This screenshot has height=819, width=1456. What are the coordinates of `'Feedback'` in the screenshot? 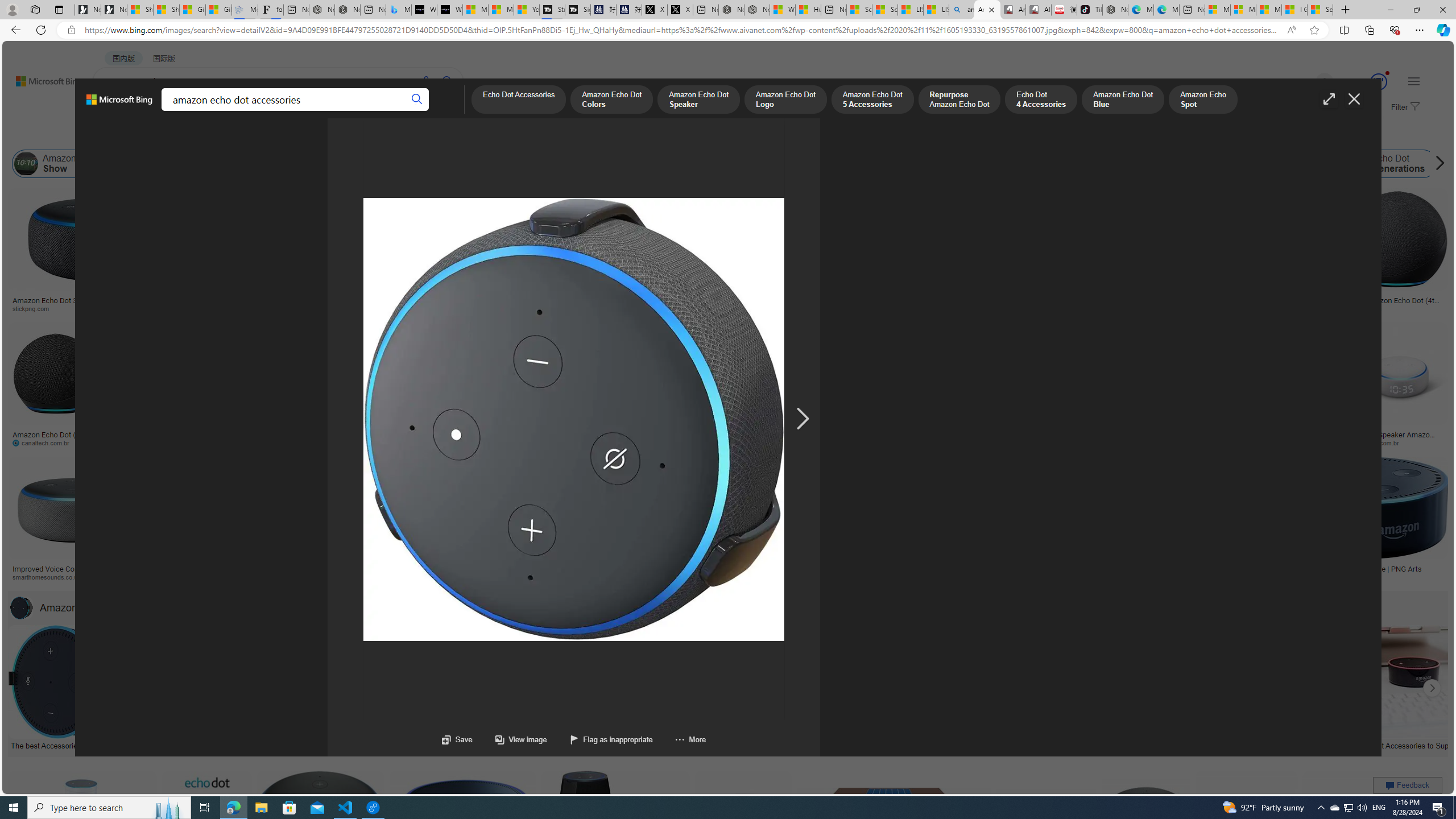 It's located at (1407, 784).